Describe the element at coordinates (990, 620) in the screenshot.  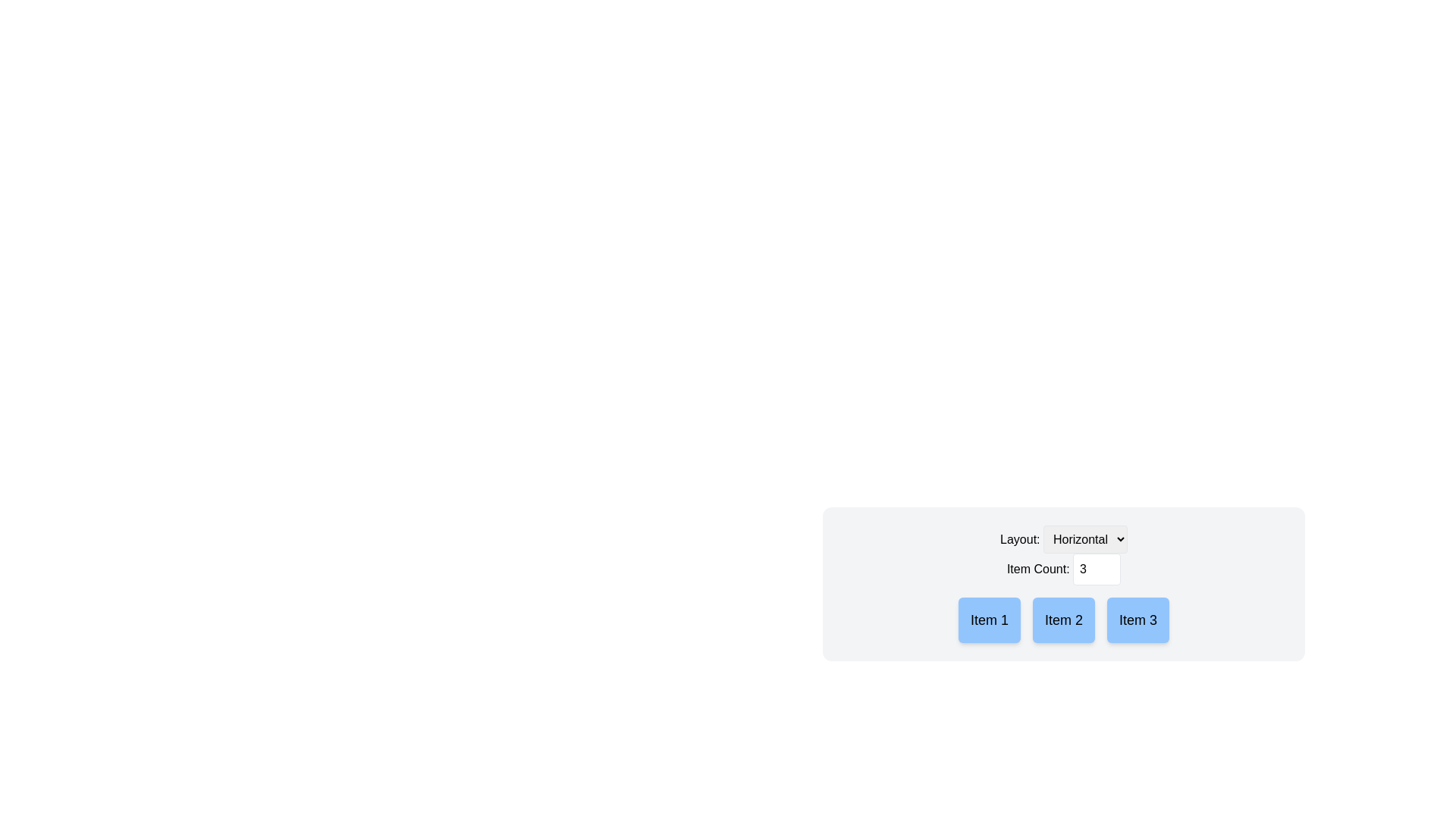
I see `the first button with a blue background and the text 'Item 1', which is located centrally in the lower portion of the interface` at that location.